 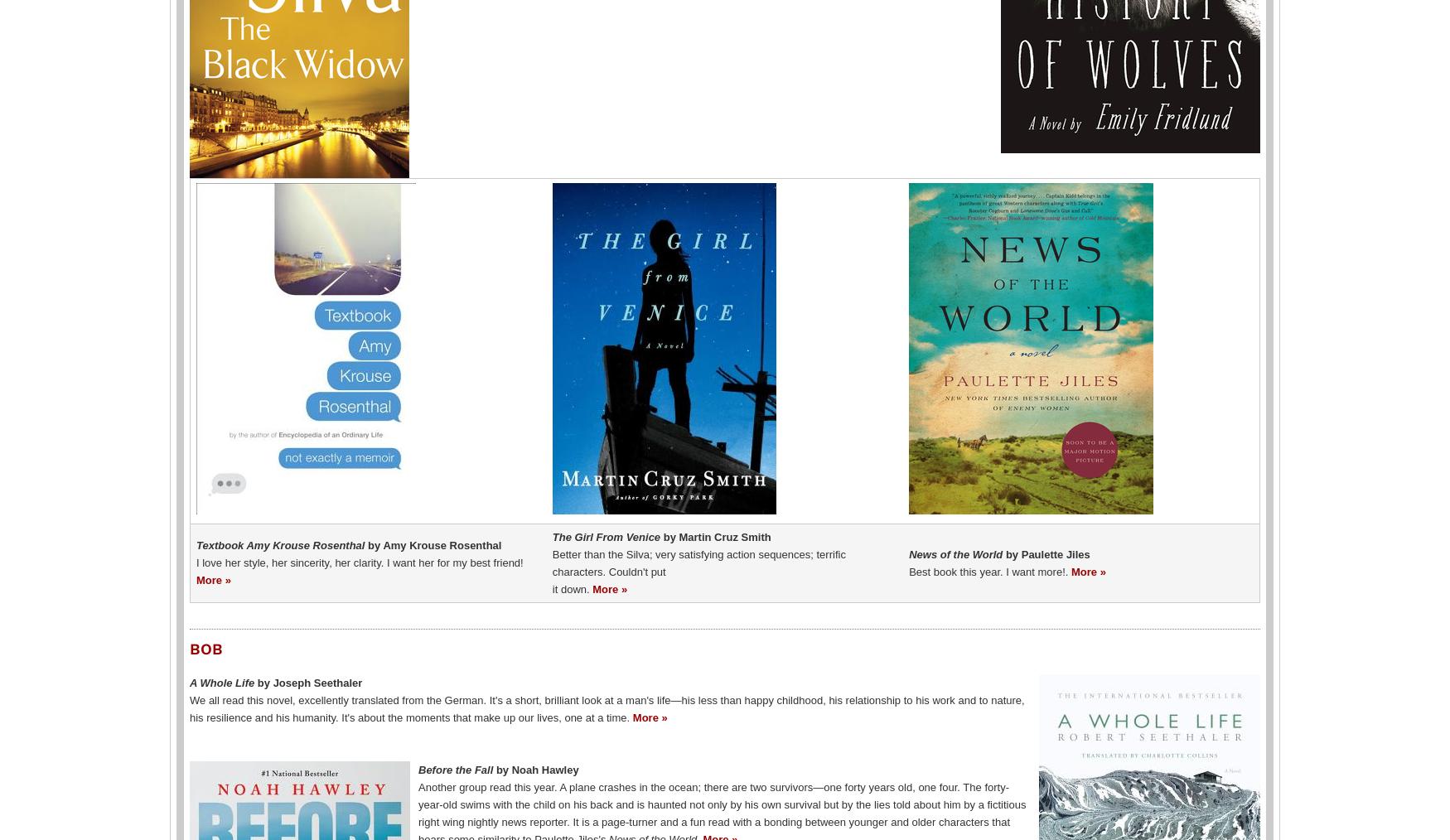 What do you see at coordinates (536, 768) in the screenshot?
I see `'by Noah Hawley'` at bounding box center [536, 768].